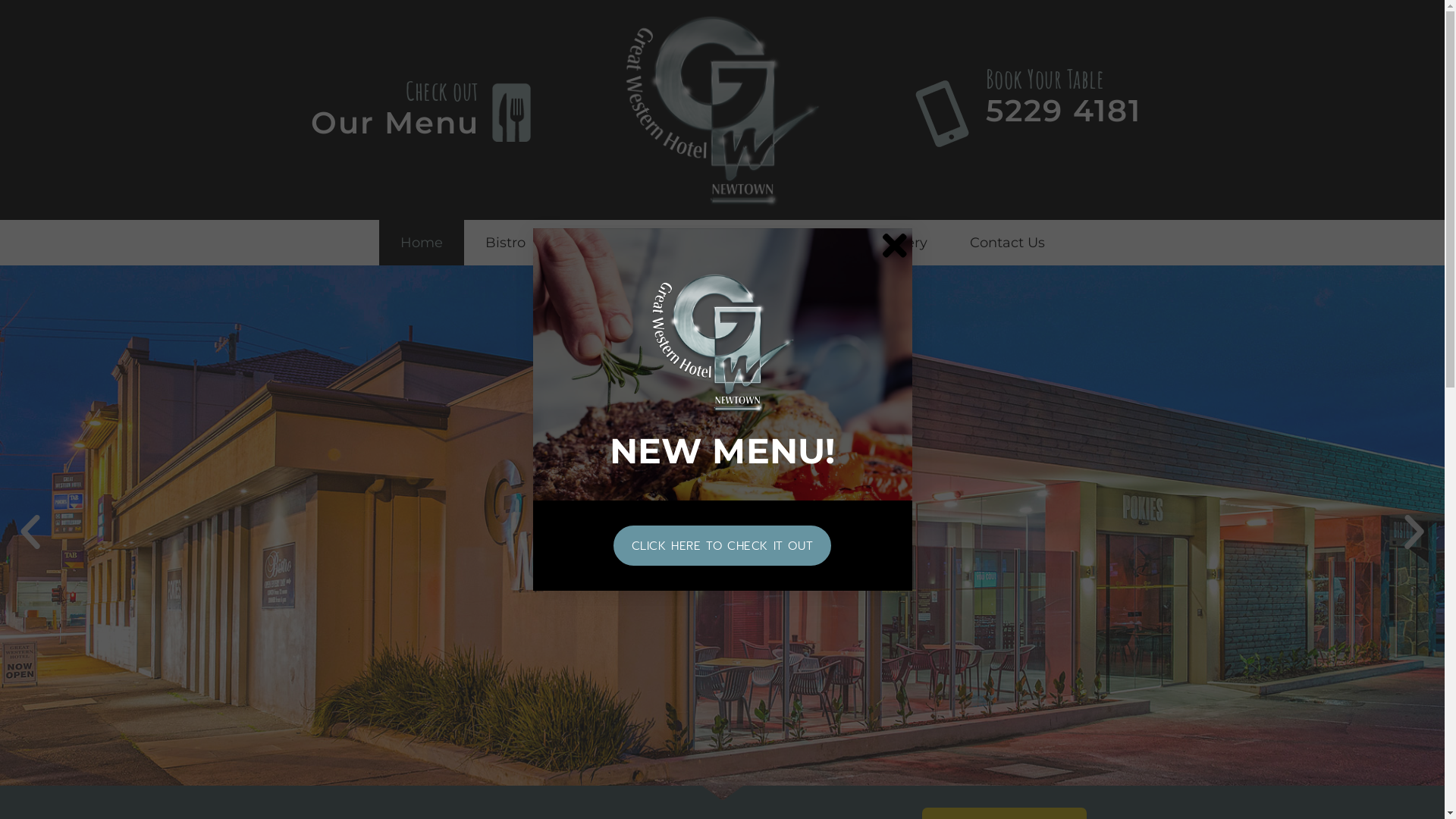 This screenshot has height=819, width=1456. Describe the element at coordinates (722, 544) in the screenshot. I see `'CLICK HERE TO CHECK IT OUT'` at that location.